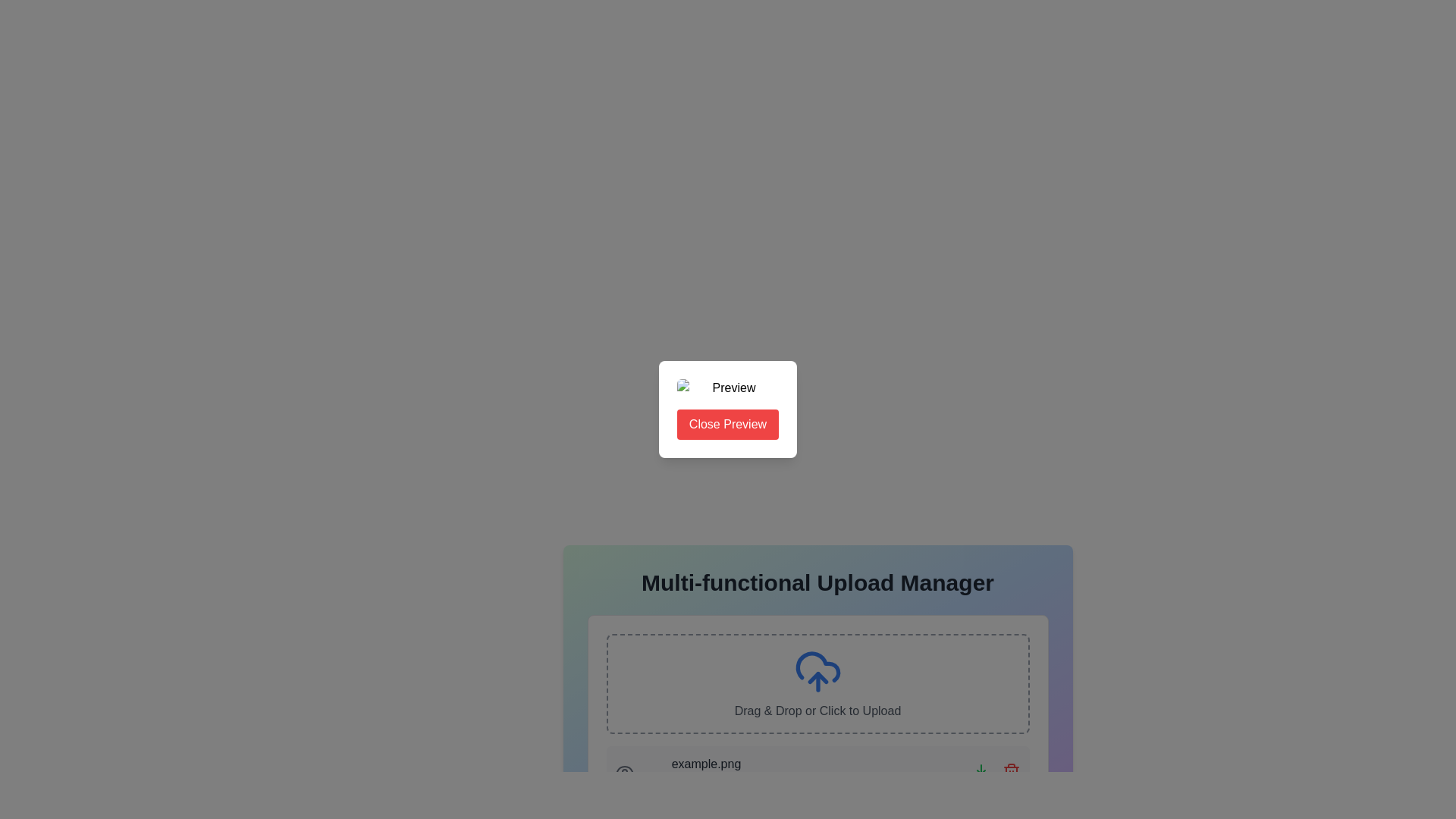 The image size is (1456, 819). I want to click on the red 'Close Preview' button with white text, so click(728, 409).